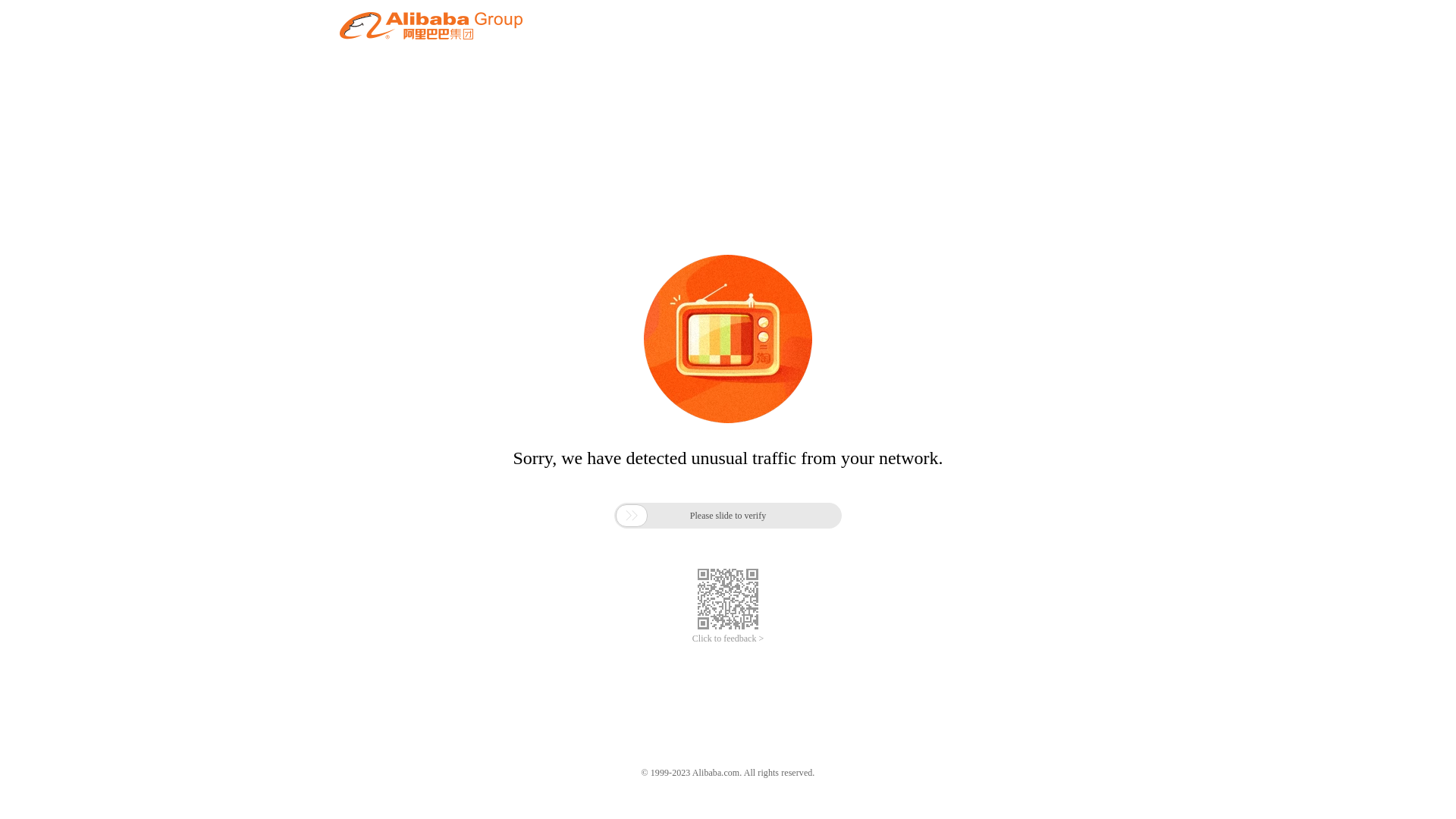 The image size is (1456, 819). I want to click on 'Click to feedback >', so click(728, 639).